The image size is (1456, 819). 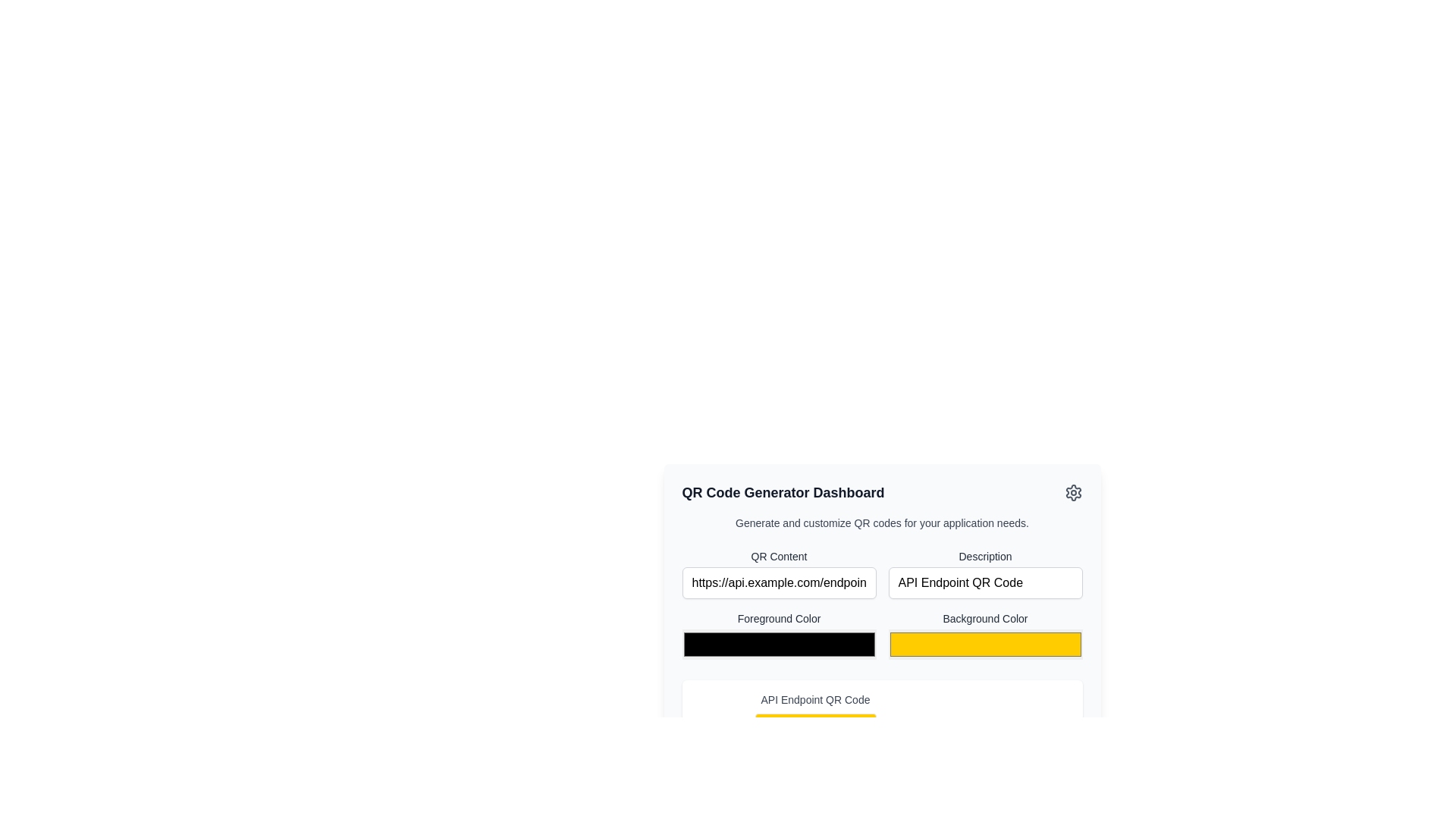 What do you see at coordinates (783, 493) in the screenshot?
I see `the text label that reads 'QR Code Generator Dashboard', which is styled with a large bold font in dark-gray color, located at the upper left of the card-like section` at bounding box center [783, 493].